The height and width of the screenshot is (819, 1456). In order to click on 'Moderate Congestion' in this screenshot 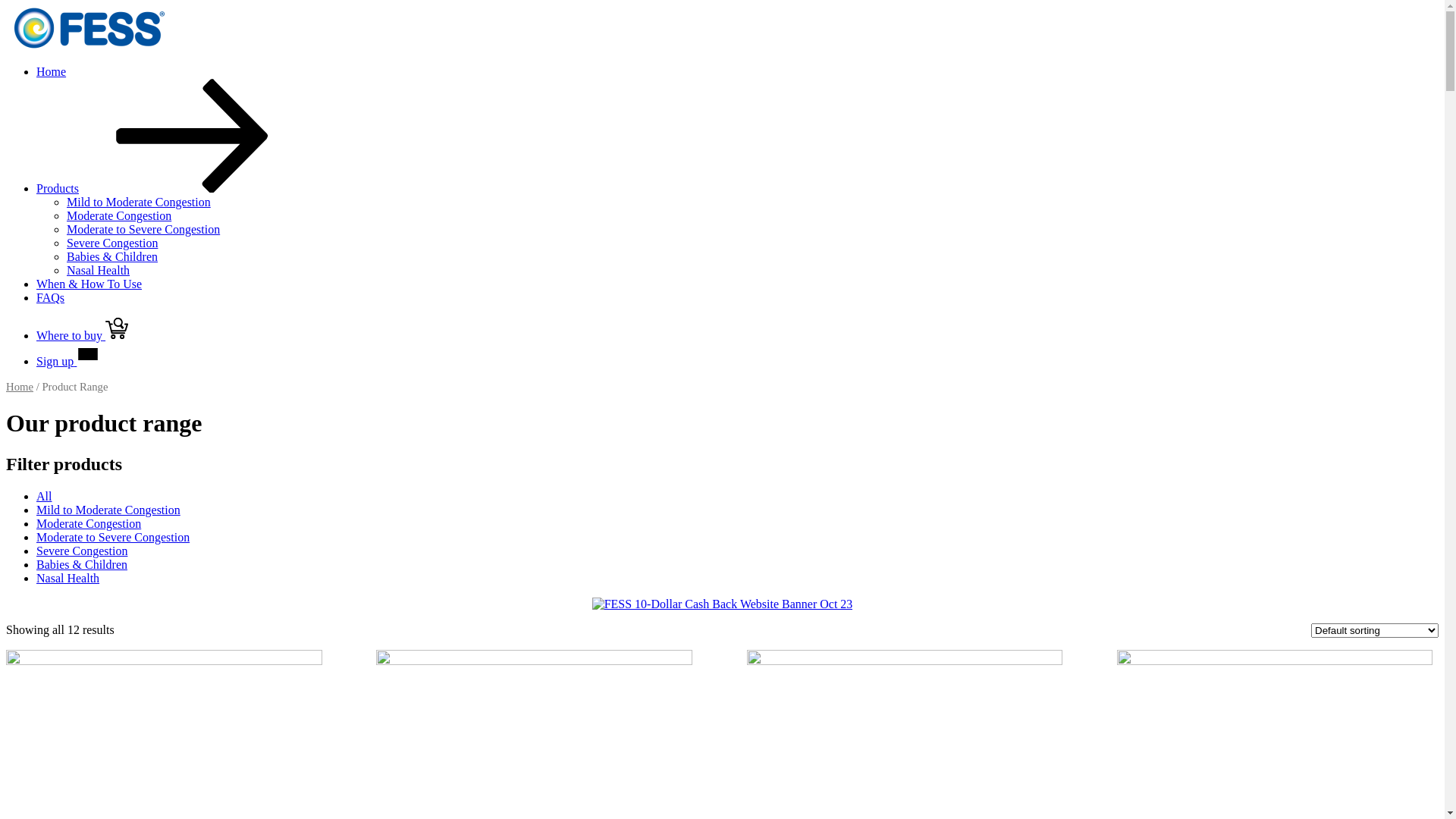, I will do `click(87, 522)`.